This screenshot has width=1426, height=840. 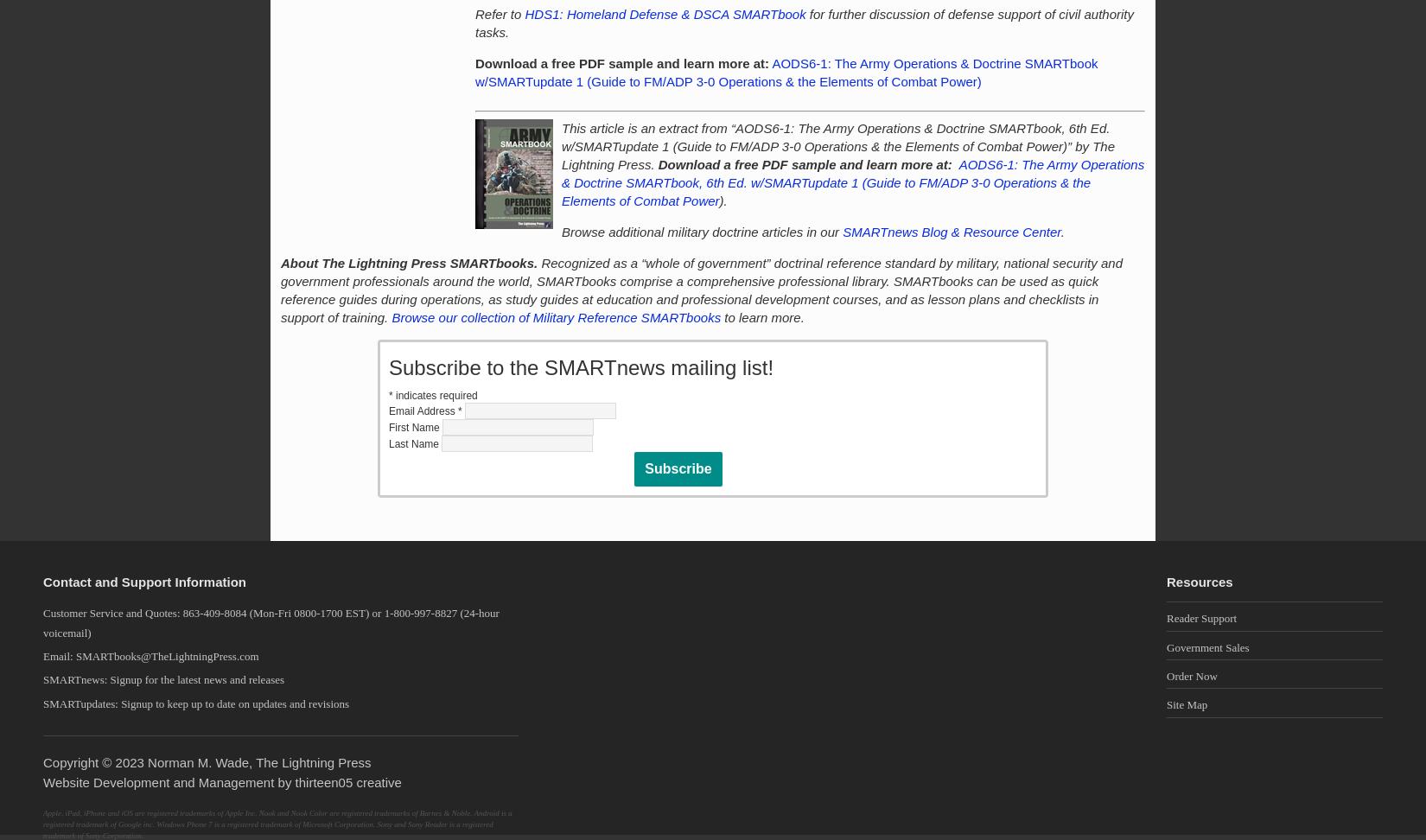 I want to click on 'Recognized as a “whole of government” doctrinal reference standard by military, national security and government professionals around the world, SMARTbooks comprise a comprehensive professional library. SMARTbooks can be used as quick reference guides during operations, as study guides at education and professional development courses, and as lesson plans and checklists in support of training.', so click(x=281, y=290).